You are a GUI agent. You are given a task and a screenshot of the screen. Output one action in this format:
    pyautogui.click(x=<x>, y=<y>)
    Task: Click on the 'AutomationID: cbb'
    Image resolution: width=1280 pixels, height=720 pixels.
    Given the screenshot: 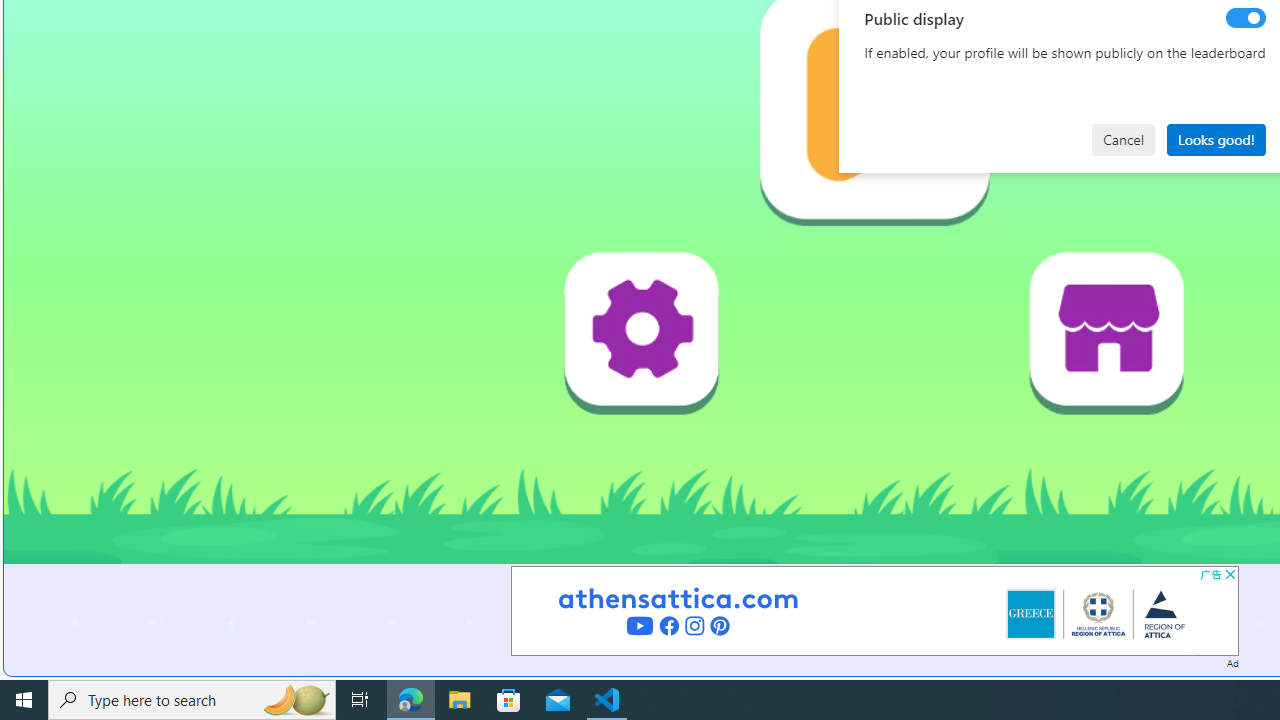 What is the action you would take?
    pyautogui.click(x=1229, y=574)
    